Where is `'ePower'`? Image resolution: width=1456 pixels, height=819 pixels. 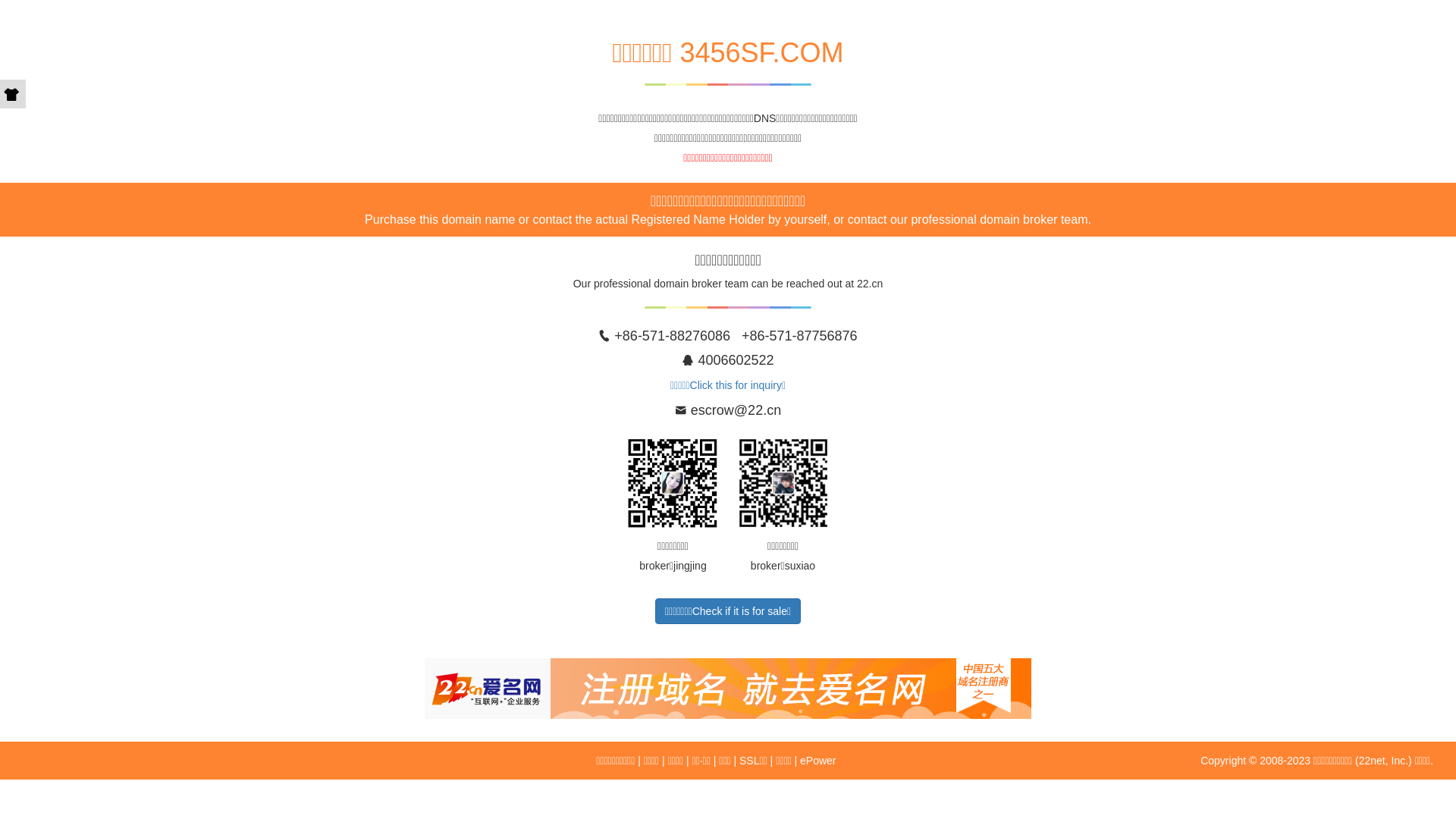 'ePower' is located at coordinates (817, 760).